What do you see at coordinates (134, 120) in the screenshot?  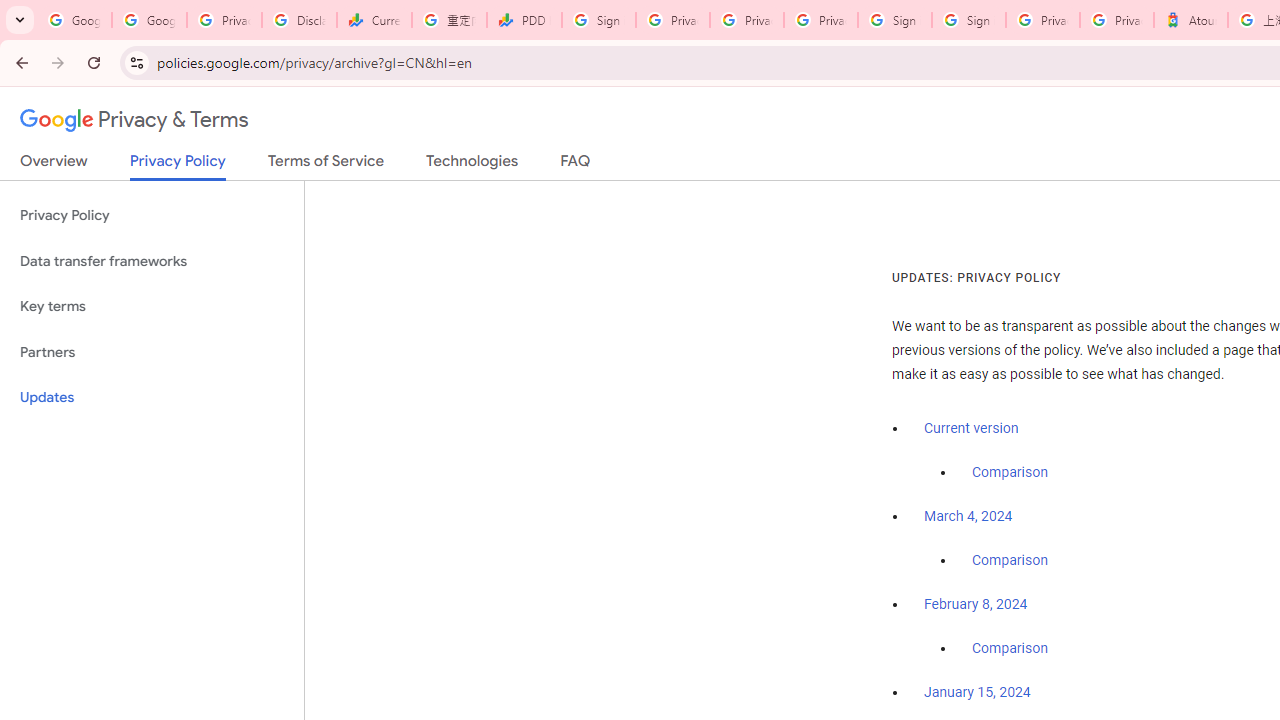 I see `'Privacy & Terms'` at bounding box center [134, 120].